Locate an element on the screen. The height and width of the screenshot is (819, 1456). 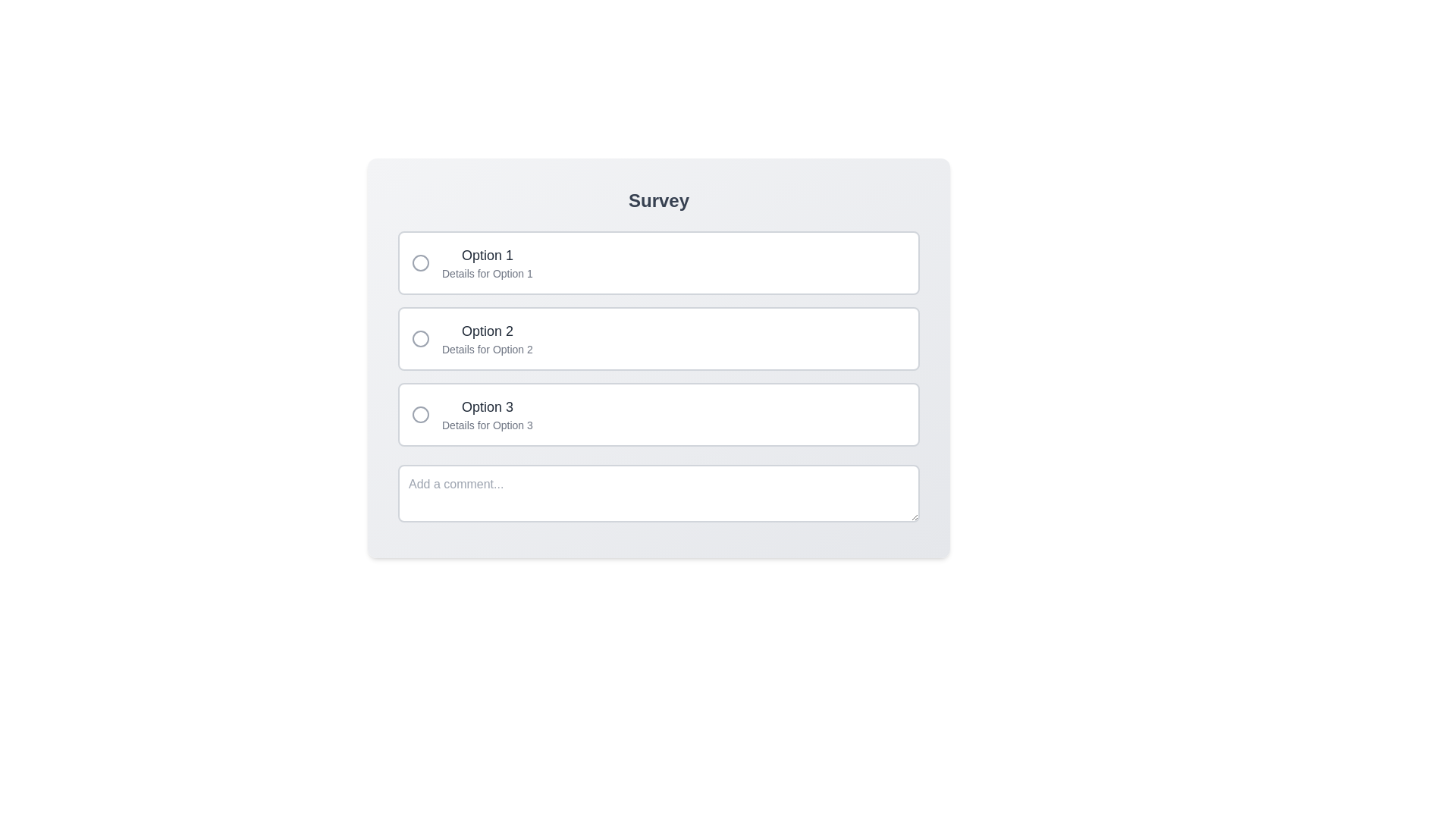
the icon to the left of 'Option 3' in the survey interface is located at coordinates (421, 415).